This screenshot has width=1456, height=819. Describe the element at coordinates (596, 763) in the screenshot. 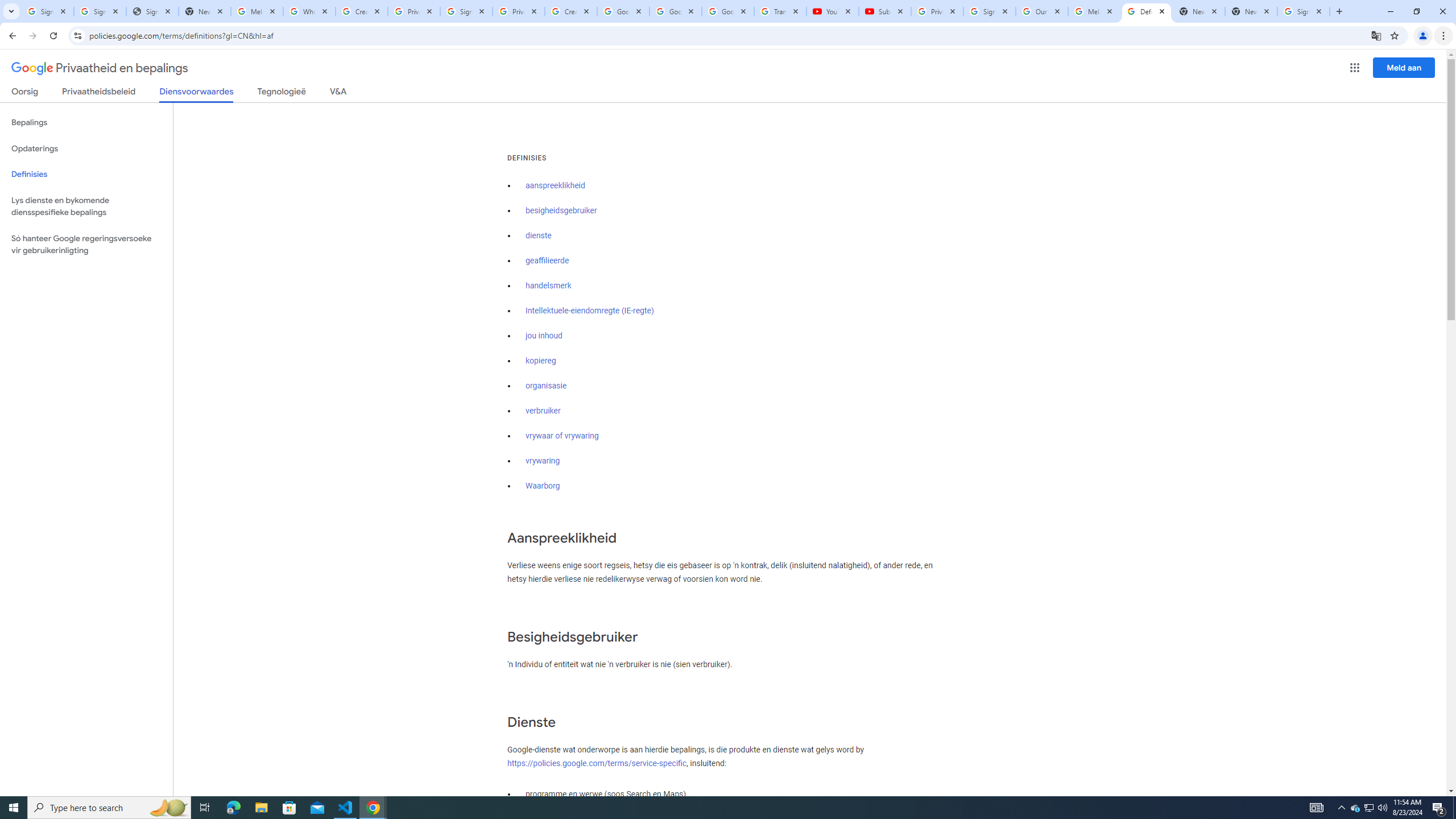

I see `'https://policies.google.com/terms/service-specific'` at that location.